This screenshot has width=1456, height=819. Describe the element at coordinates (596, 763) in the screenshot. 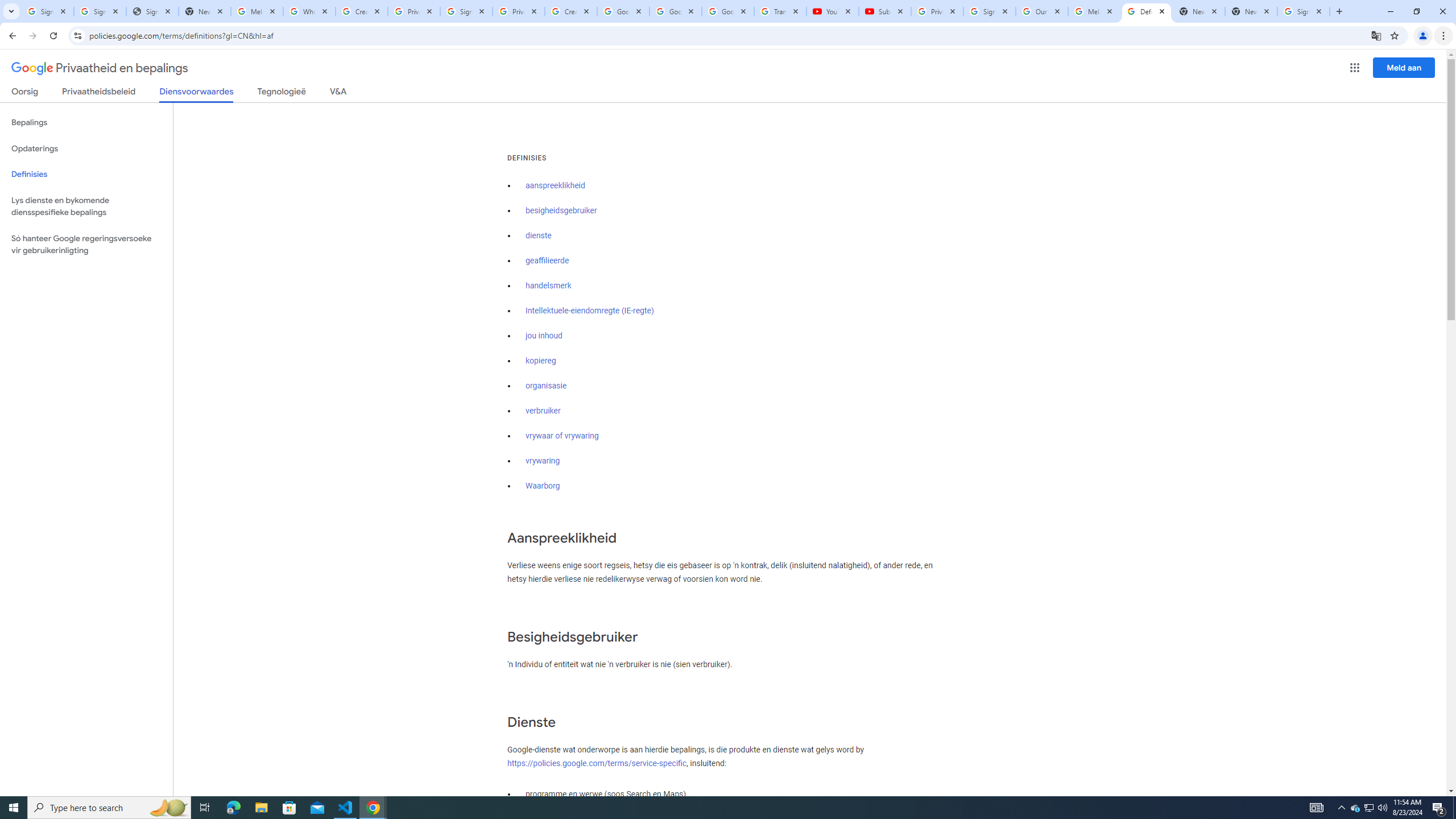

I see `'https://policies.google.com/terms/service-specific'` at that location.